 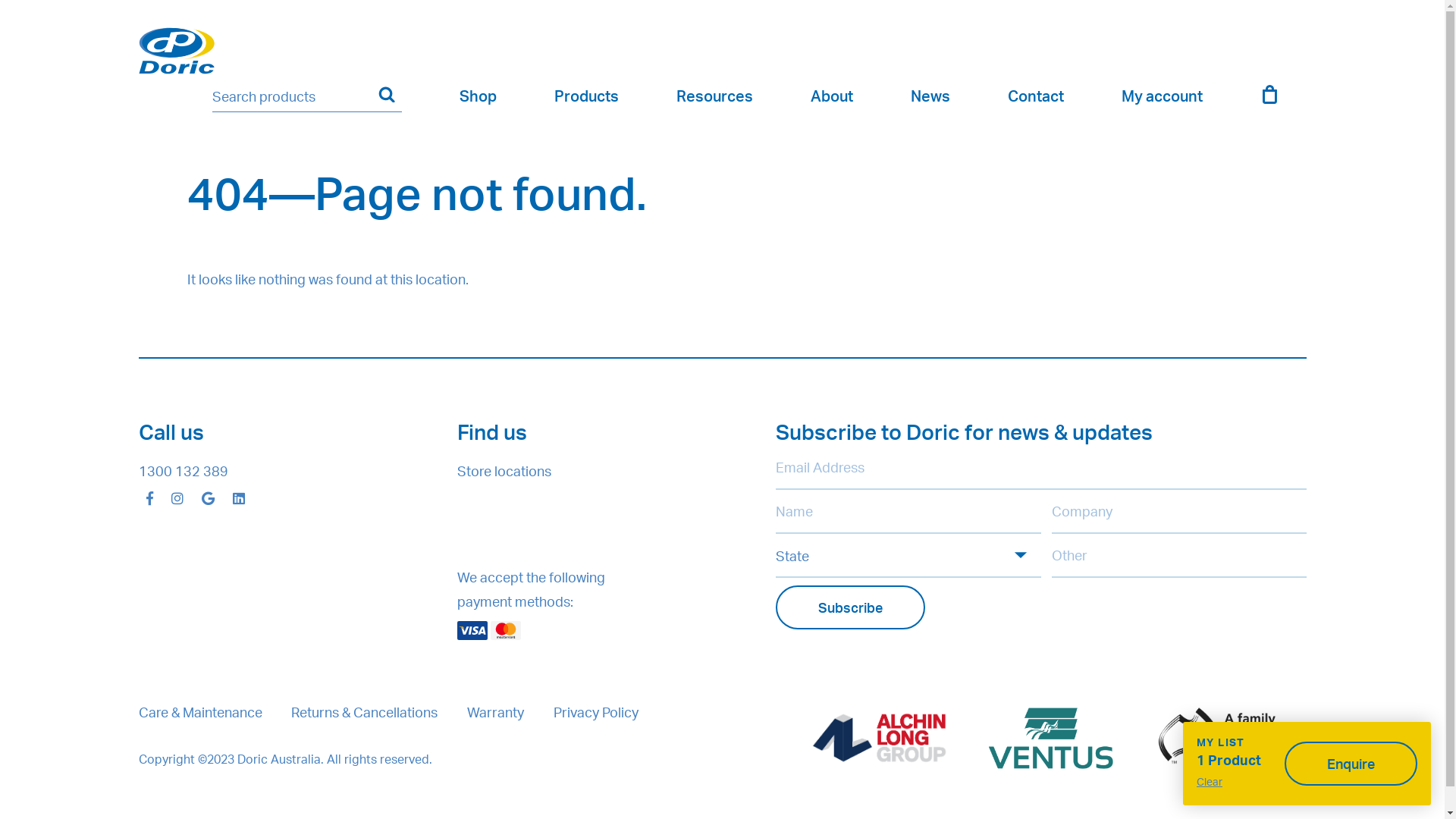 What do you see at coordinates (182, 470) in the screenshot?
I see `'1300 132 389'` at bounding box center [182, 470].